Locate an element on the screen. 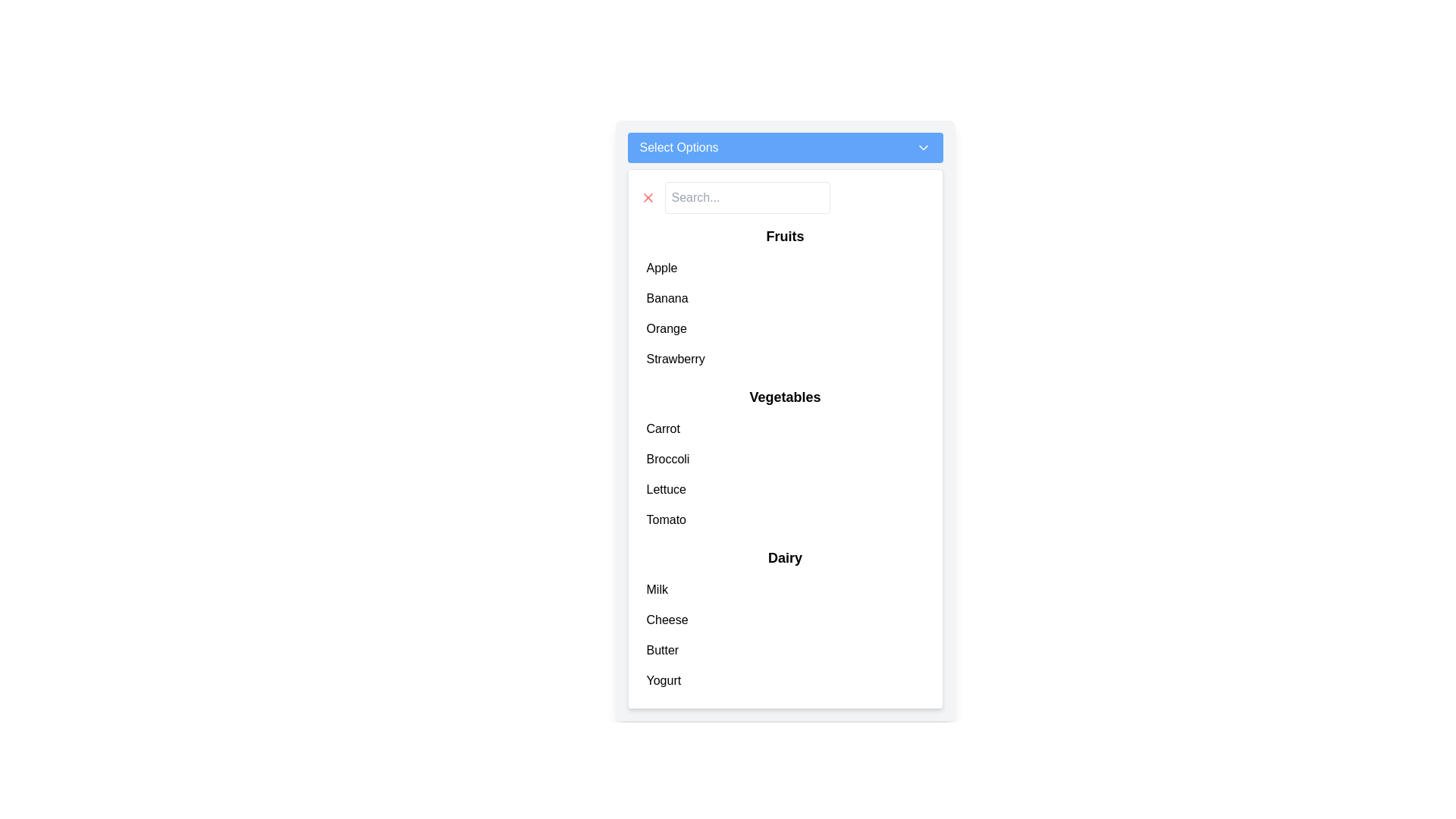 This screenshot has width=1456, height=819. to select the text 'Strawberry' in the Fruits category list, which is styled in the default font and positioned between 'Orange' and 'Vegetables' is located at coordinates (675, 359).